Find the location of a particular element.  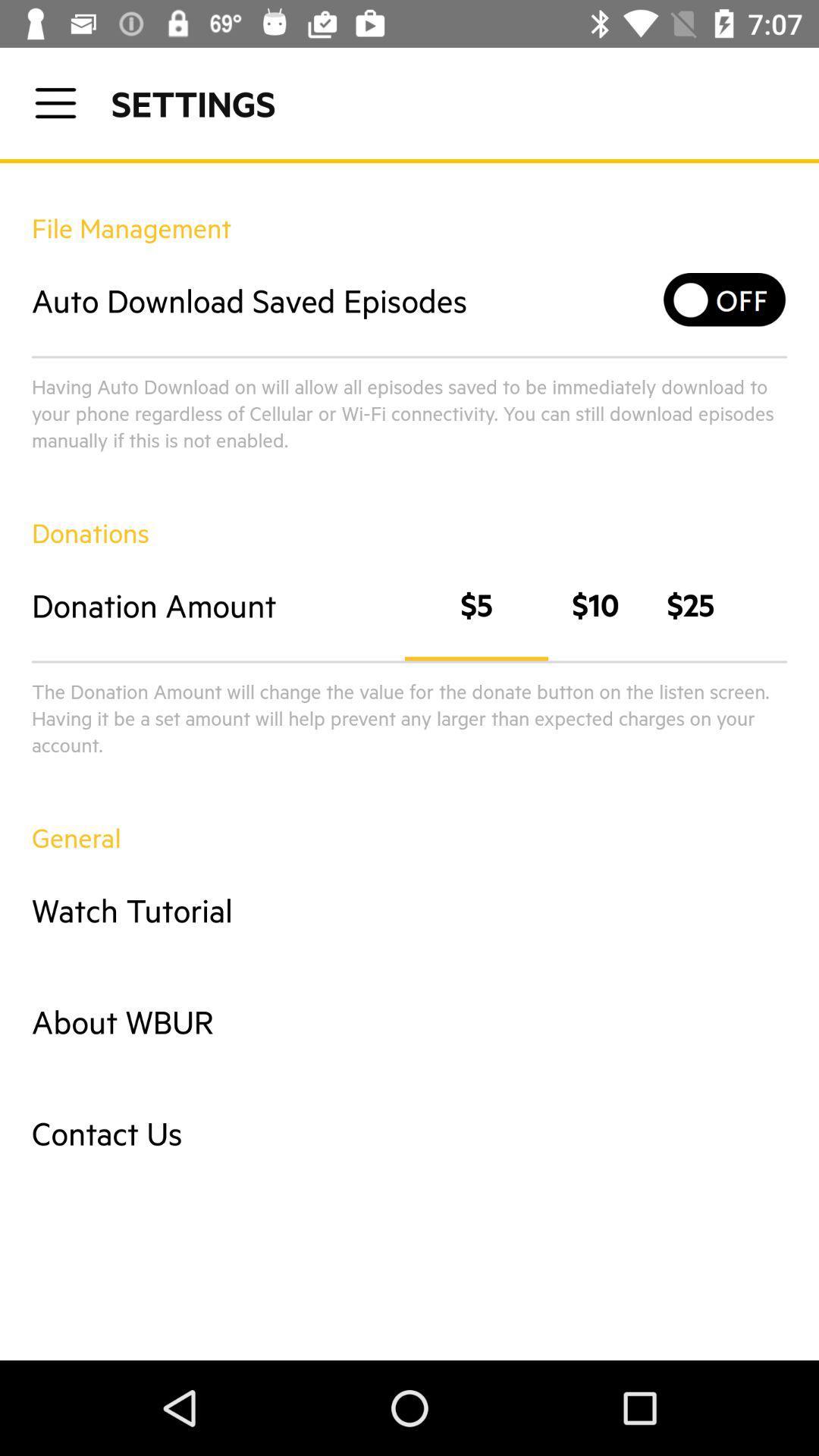

the item below the watch tutorial item is located at coordinates (409, 1021).